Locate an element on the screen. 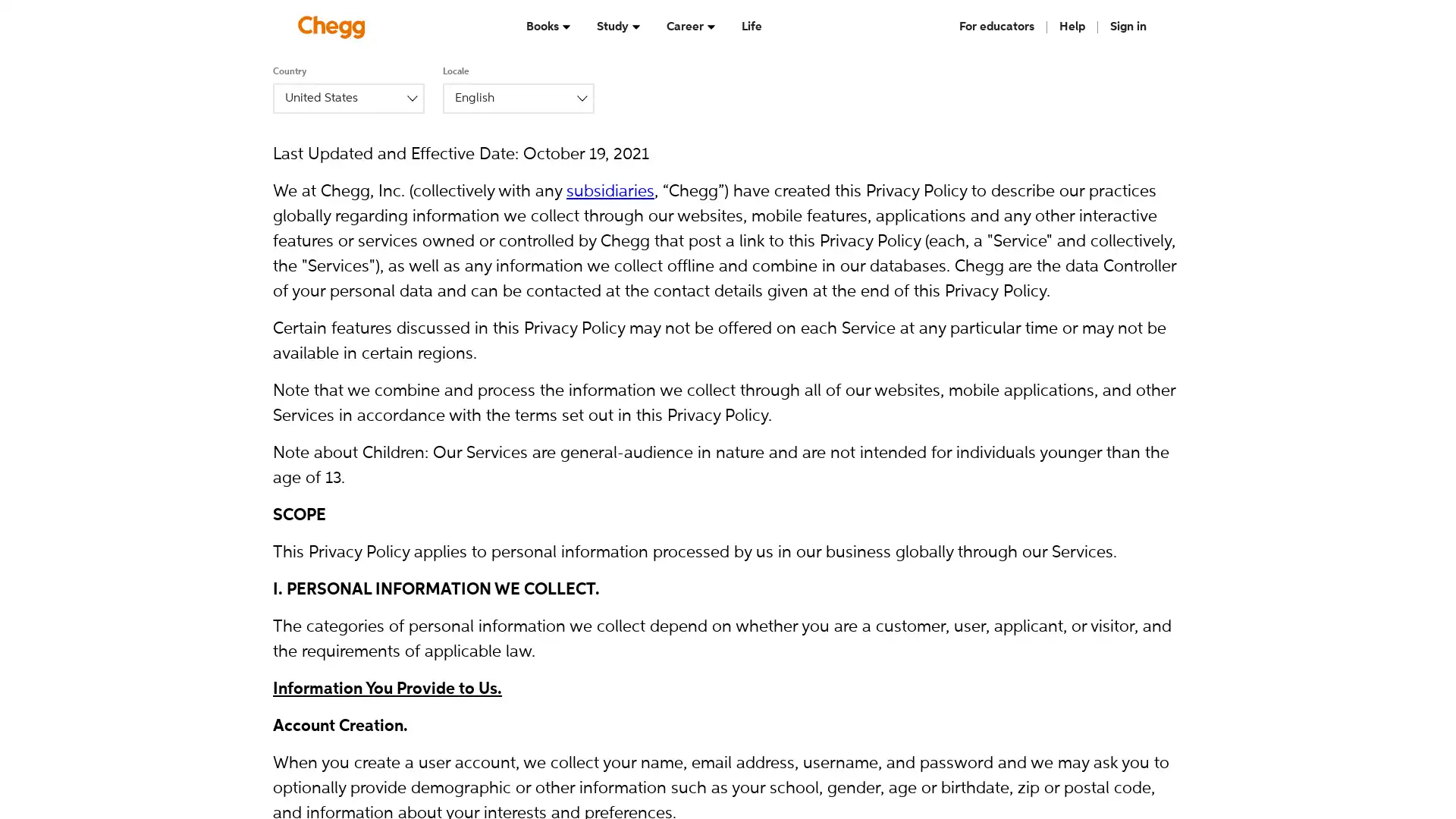  open submenu for Books is located at coordinates (566, 27).